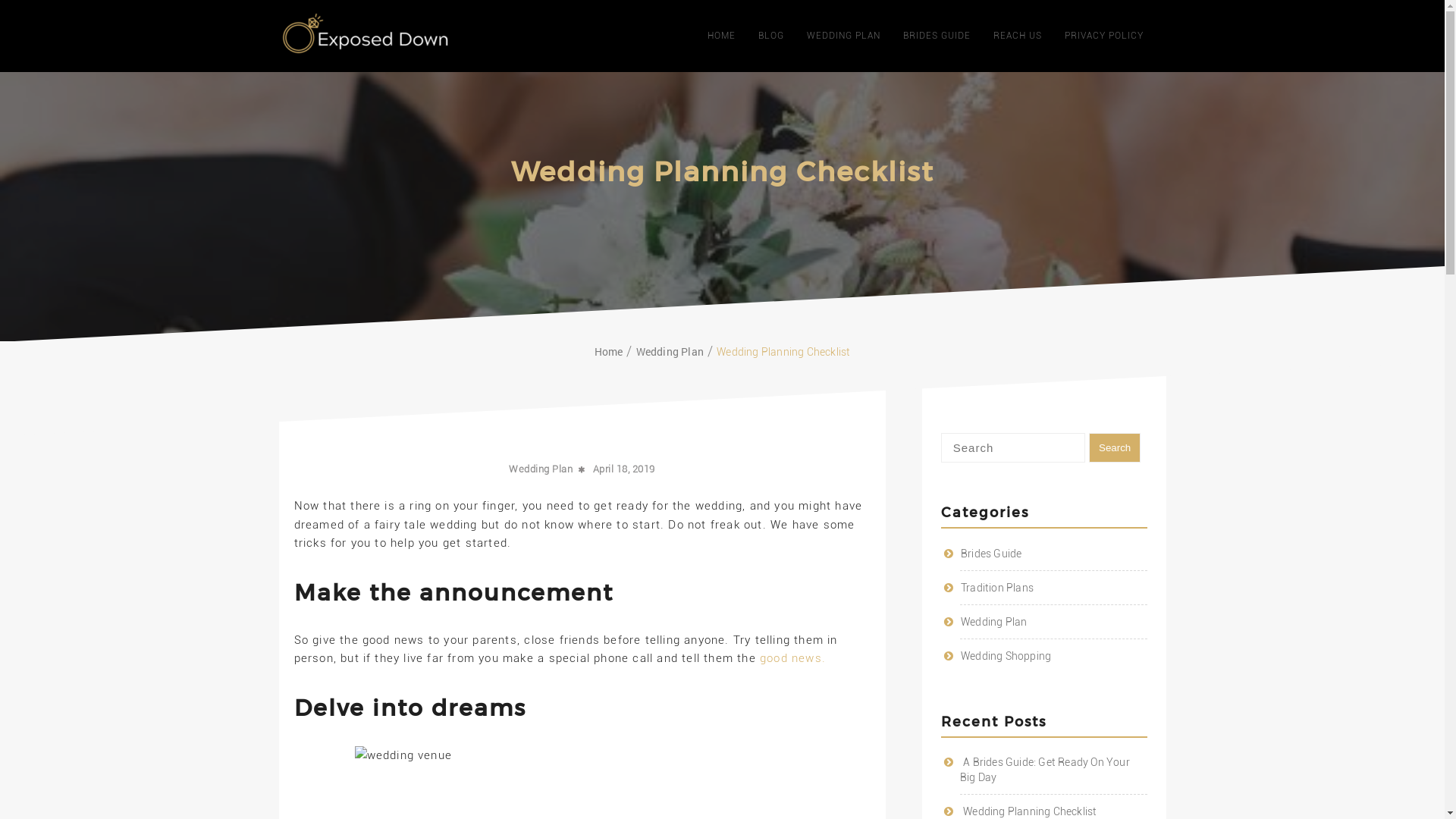 This screenshot has height=819, width=1456. Describe the element at coordinates (843, 34) in the screenshot. I see `'WEDDING PLAN'` at that location.